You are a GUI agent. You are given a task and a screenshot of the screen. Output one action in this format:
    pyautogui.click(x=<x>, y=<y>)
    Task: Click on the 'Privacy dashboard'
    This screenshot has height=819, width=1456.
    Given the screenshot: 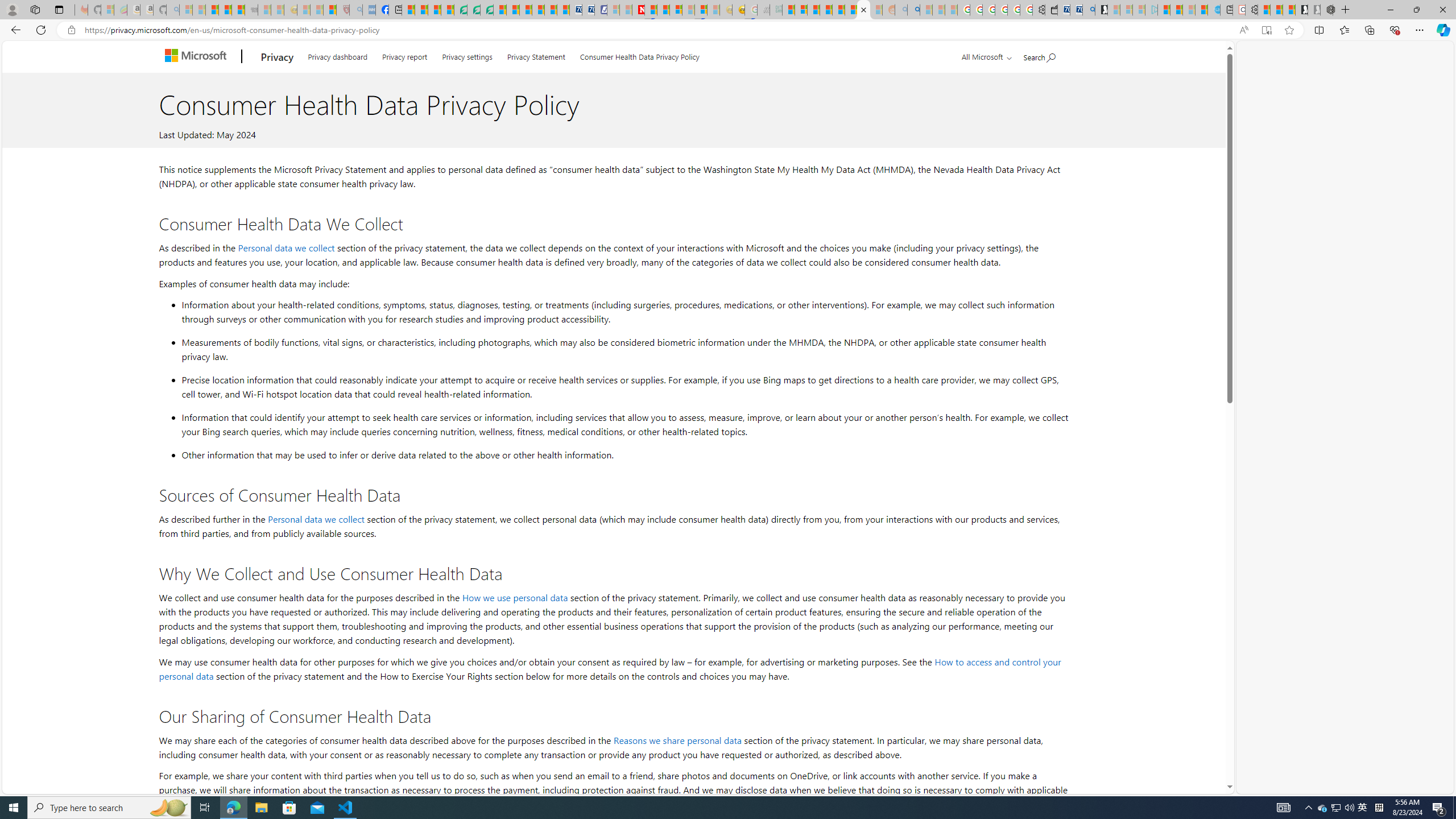 What is the action you would take?
    pyautogui.click(x=337, y=54)
    